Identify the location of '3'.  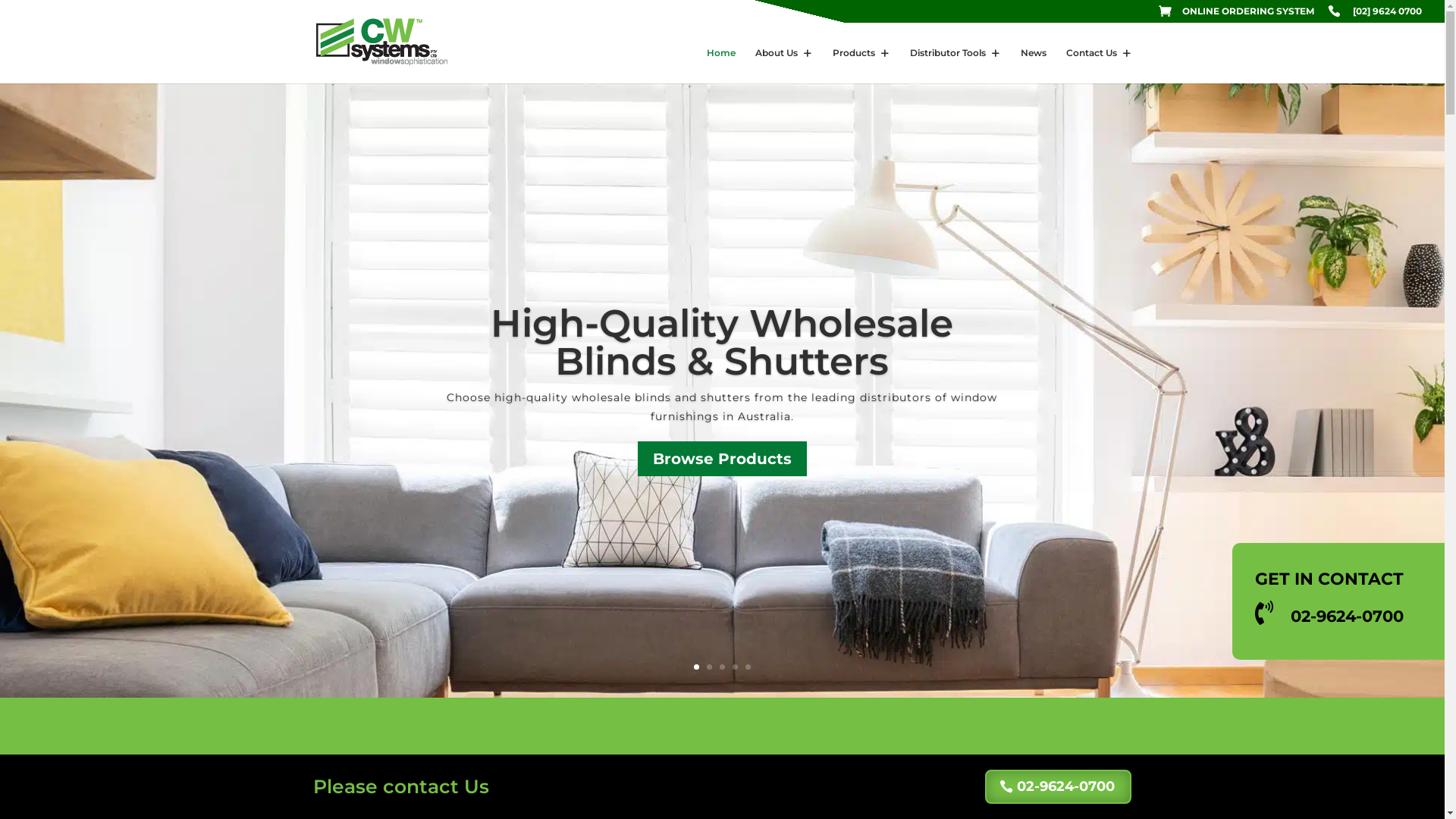
(721, 666).